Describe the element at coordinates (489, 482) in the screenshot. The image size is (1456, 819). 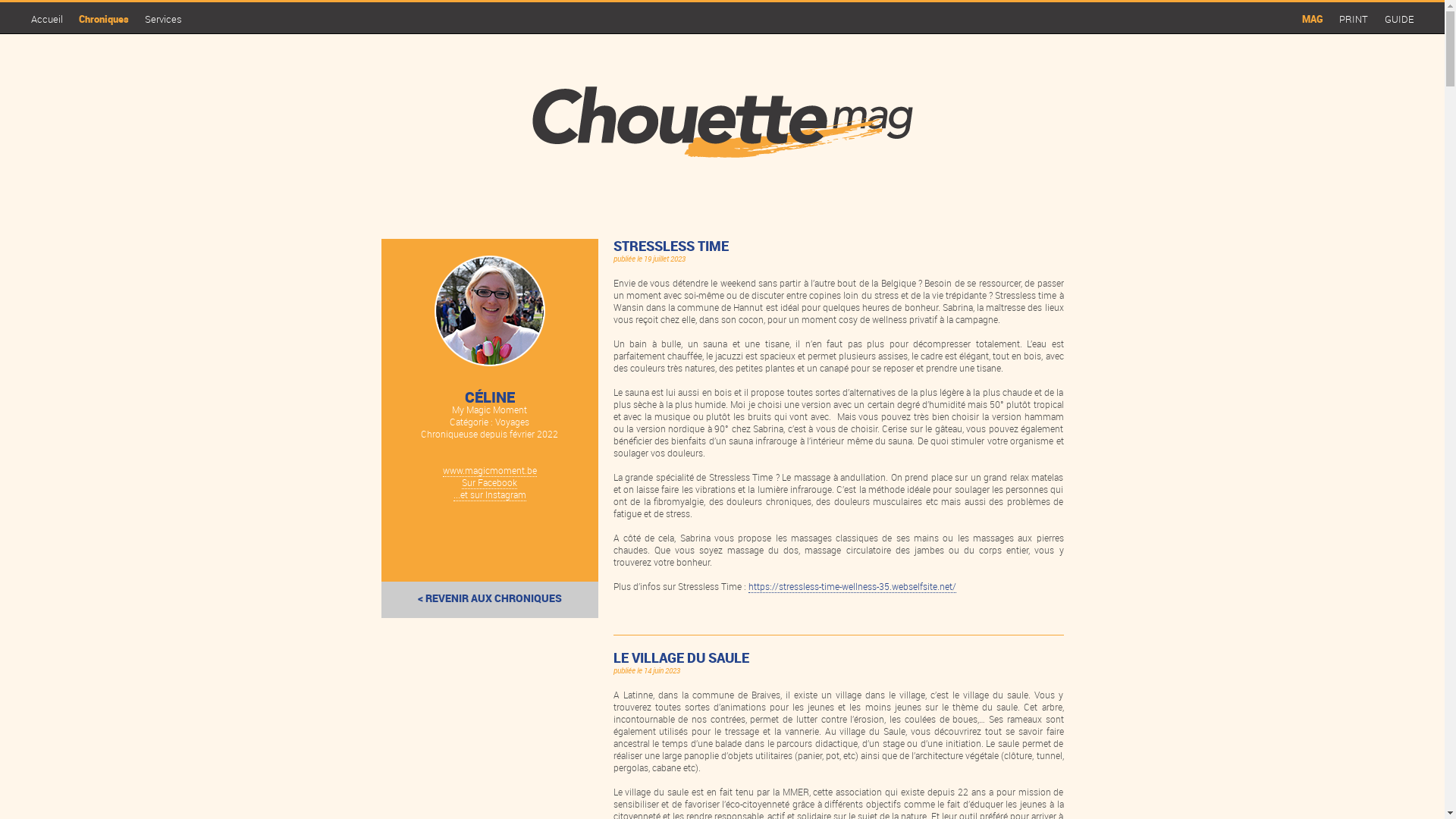
I see `'Sur Facebook'` at that location.